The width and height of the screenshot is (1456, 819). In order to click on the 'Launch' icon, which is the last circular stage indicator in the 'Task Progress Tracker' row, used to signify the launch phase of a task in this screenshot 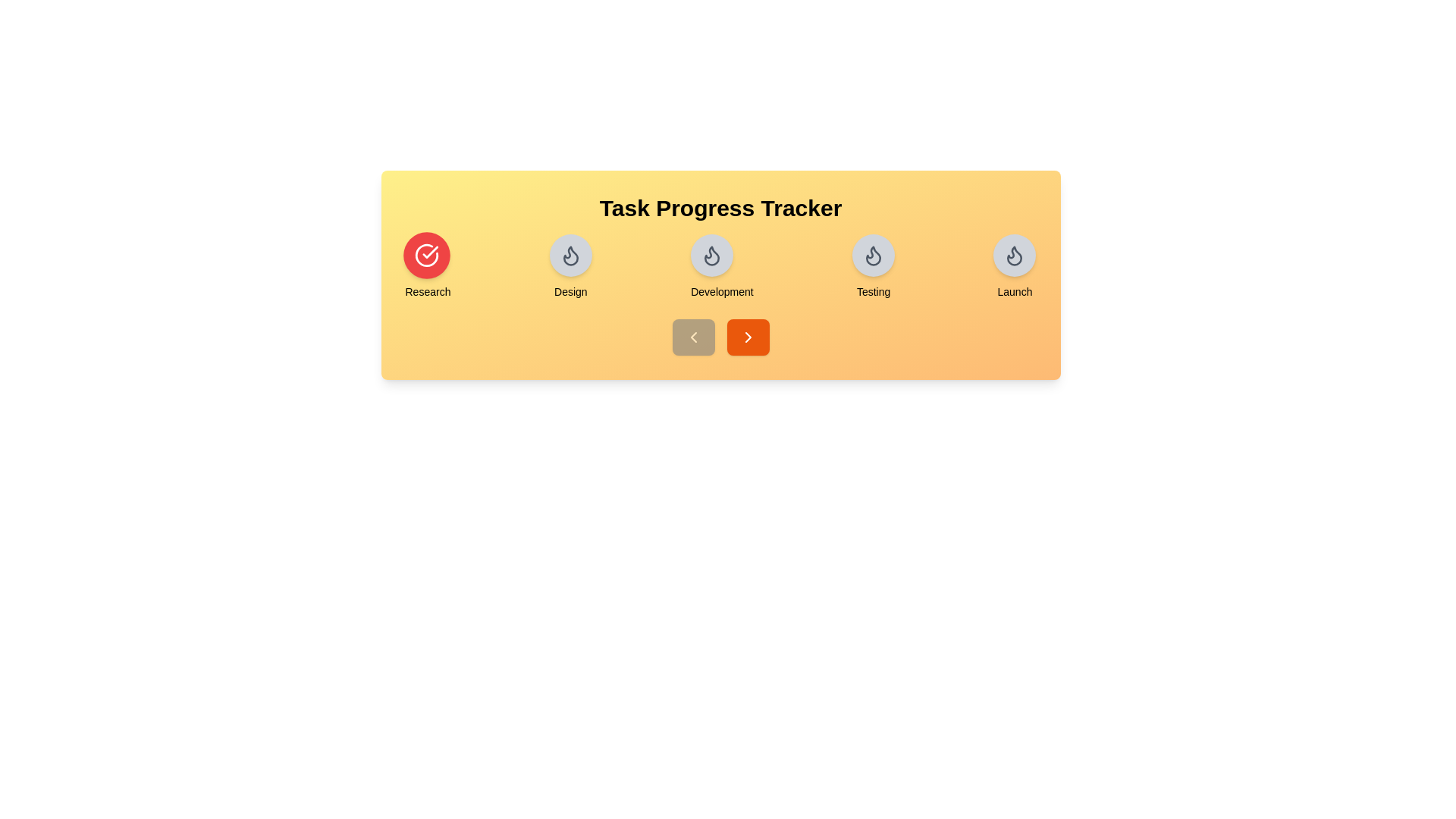, I will do `click(1015, 254)`.